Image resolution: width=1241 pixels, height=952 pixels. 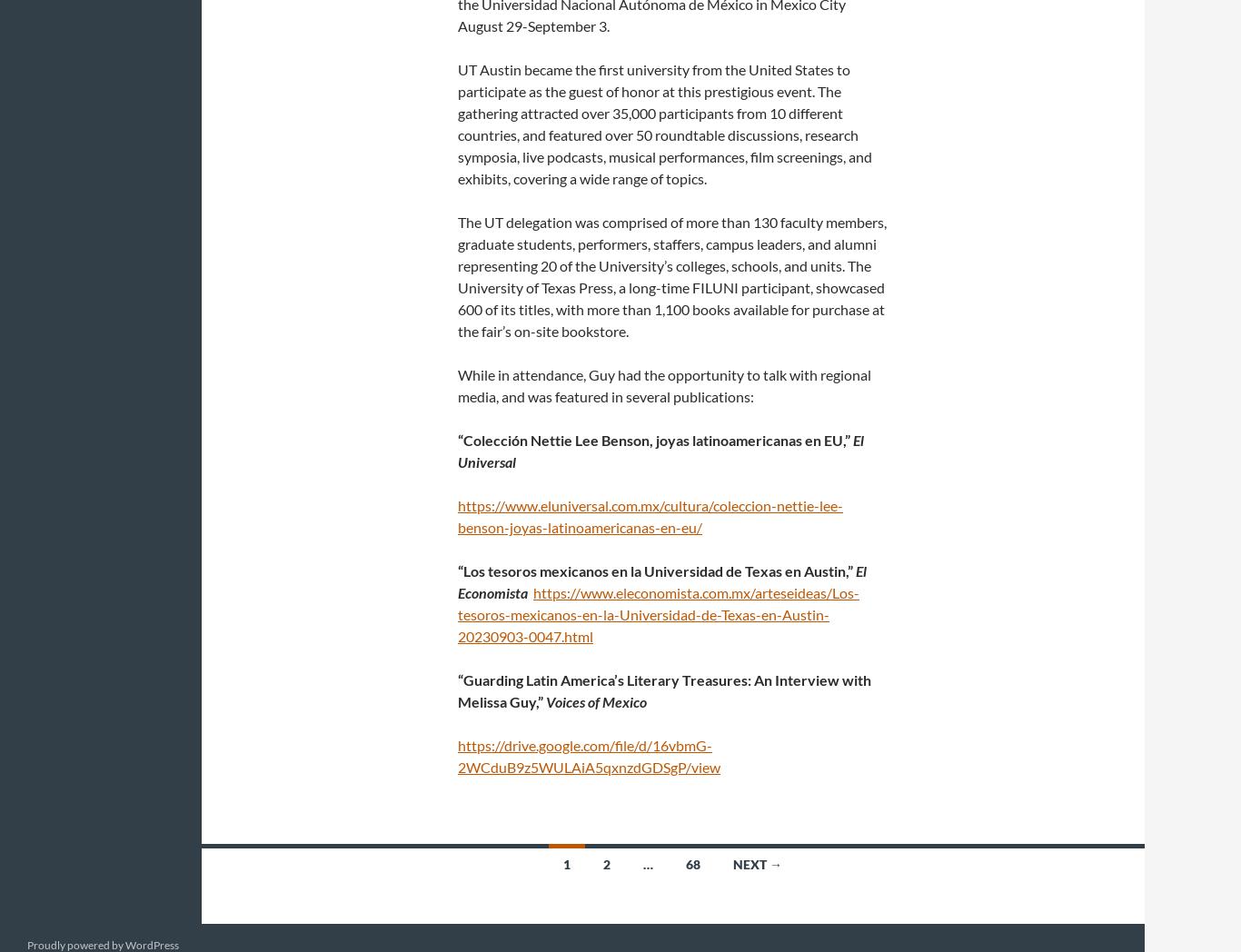 What do you see at coordinates (655, 440) in the screenshot?
I see `'“Colección Nettie Lee Benson, joyas latinoamericanas en EU,”'` at bounding box center [655, 440].